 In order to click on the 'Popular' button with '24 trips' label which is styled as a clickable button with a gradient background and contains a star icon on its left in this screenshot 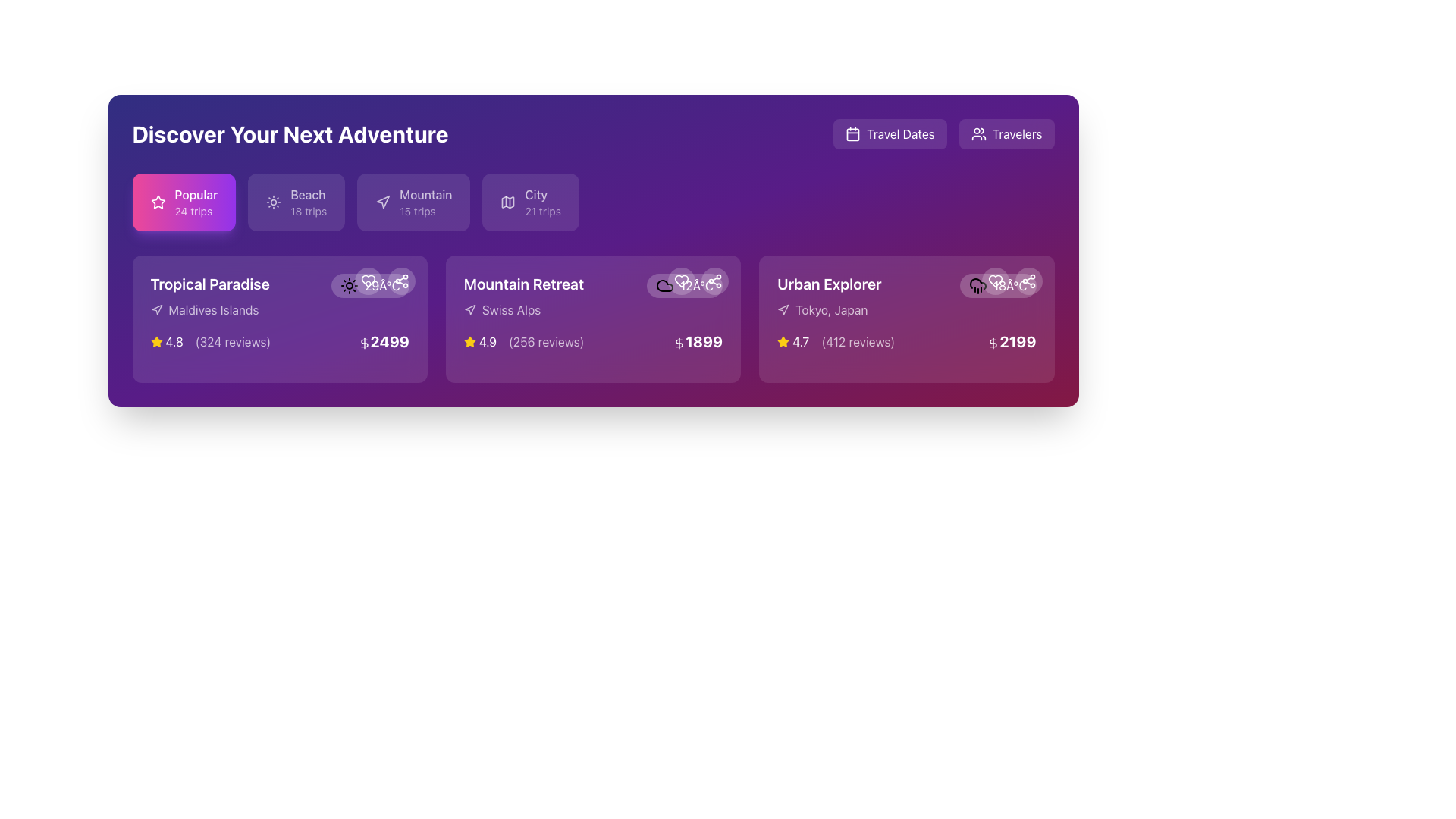, I will do `click(195, 201)`.